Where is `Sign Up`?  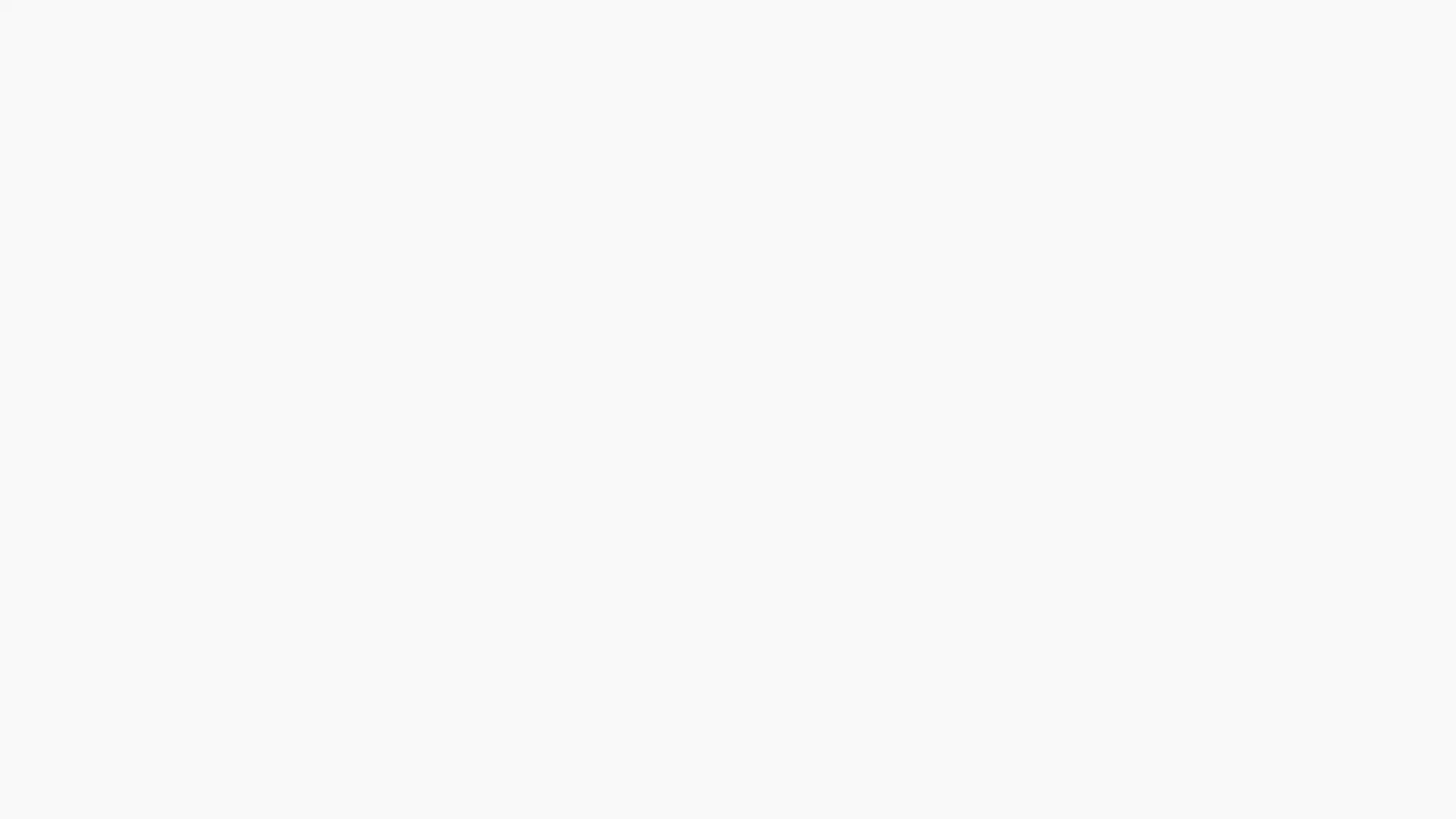 Sign Up is located at coordinates (188, 175).